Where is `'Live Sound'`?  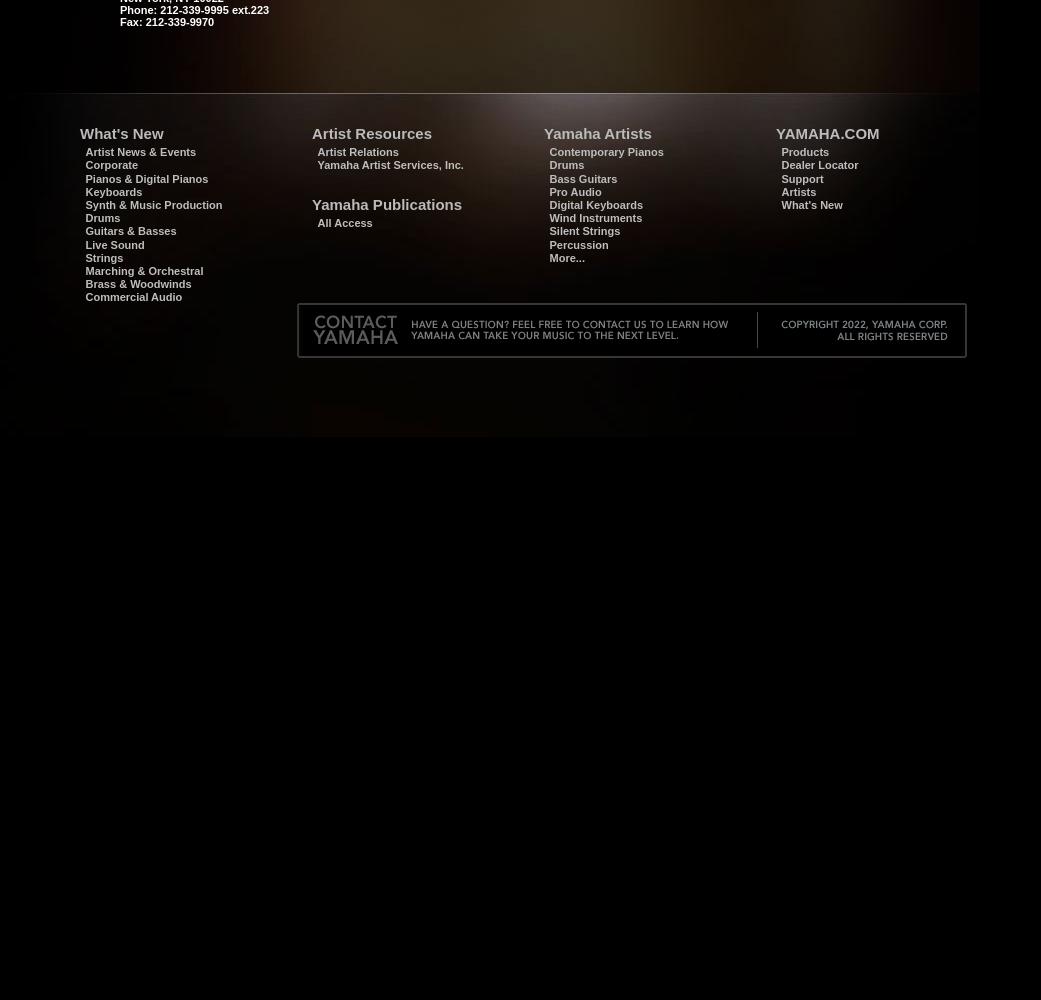 'Live Sound' is located at coordinates (84, 243).